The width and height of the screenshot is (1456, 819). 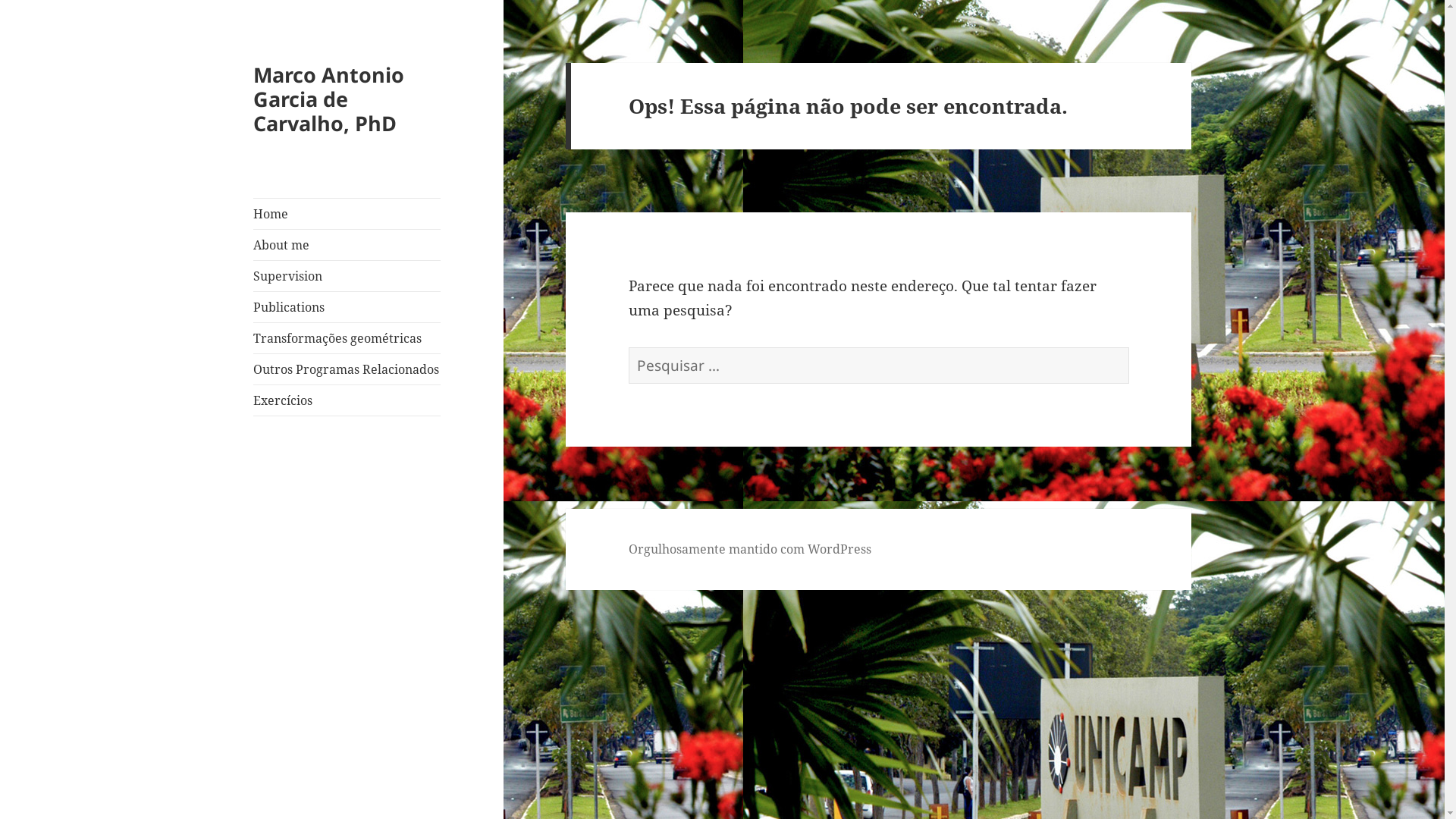 What do you see at coordinates (346, 244) in the screenshot?
I see `'About me'` at bounding box center [346, 244].